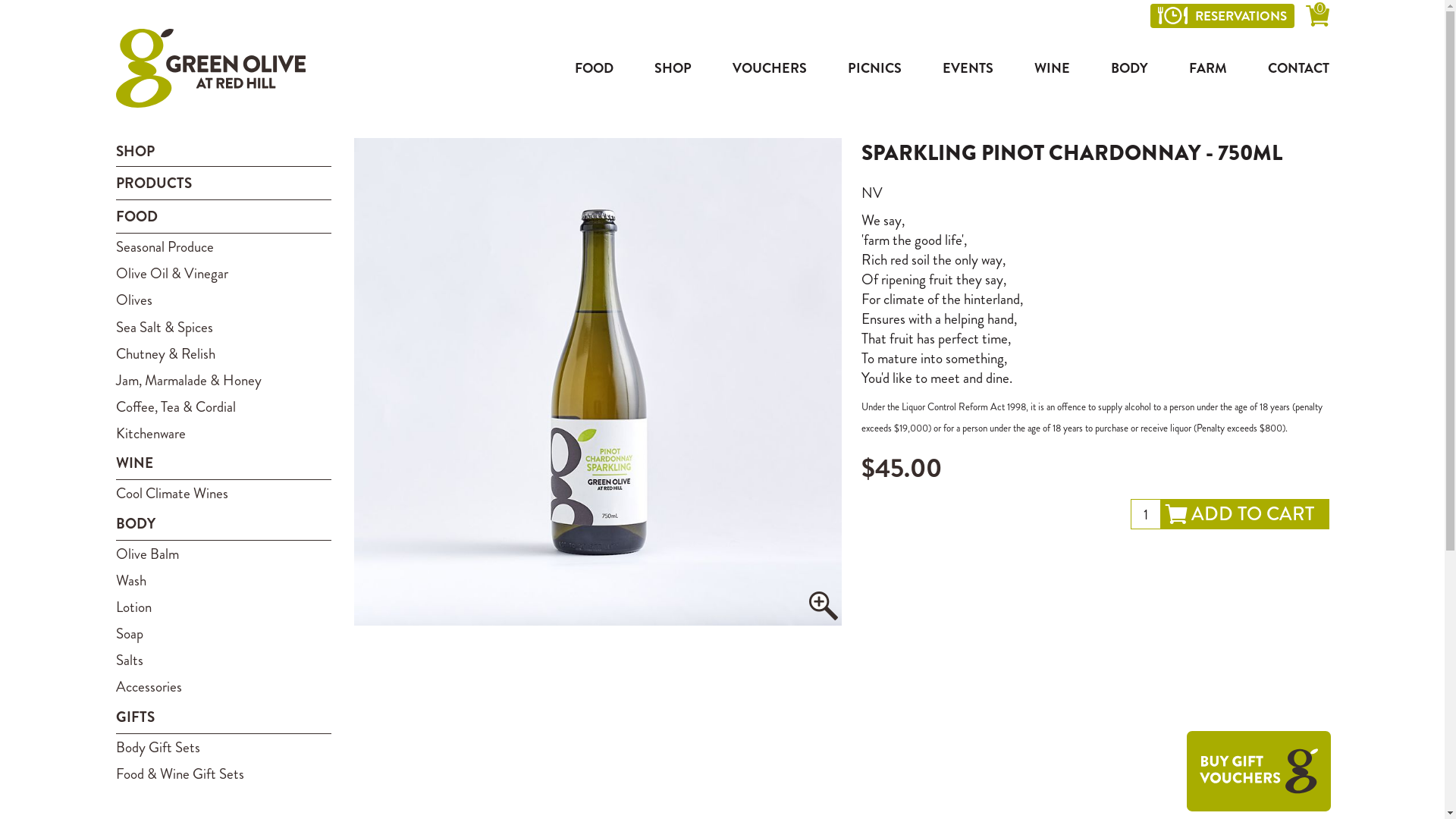 The height and width of the screenshot is (819, 1456). What do you see at coordinates (1051, 67) in the screenshot?
I see `'WINE'` at bounding box center [1051, 67].